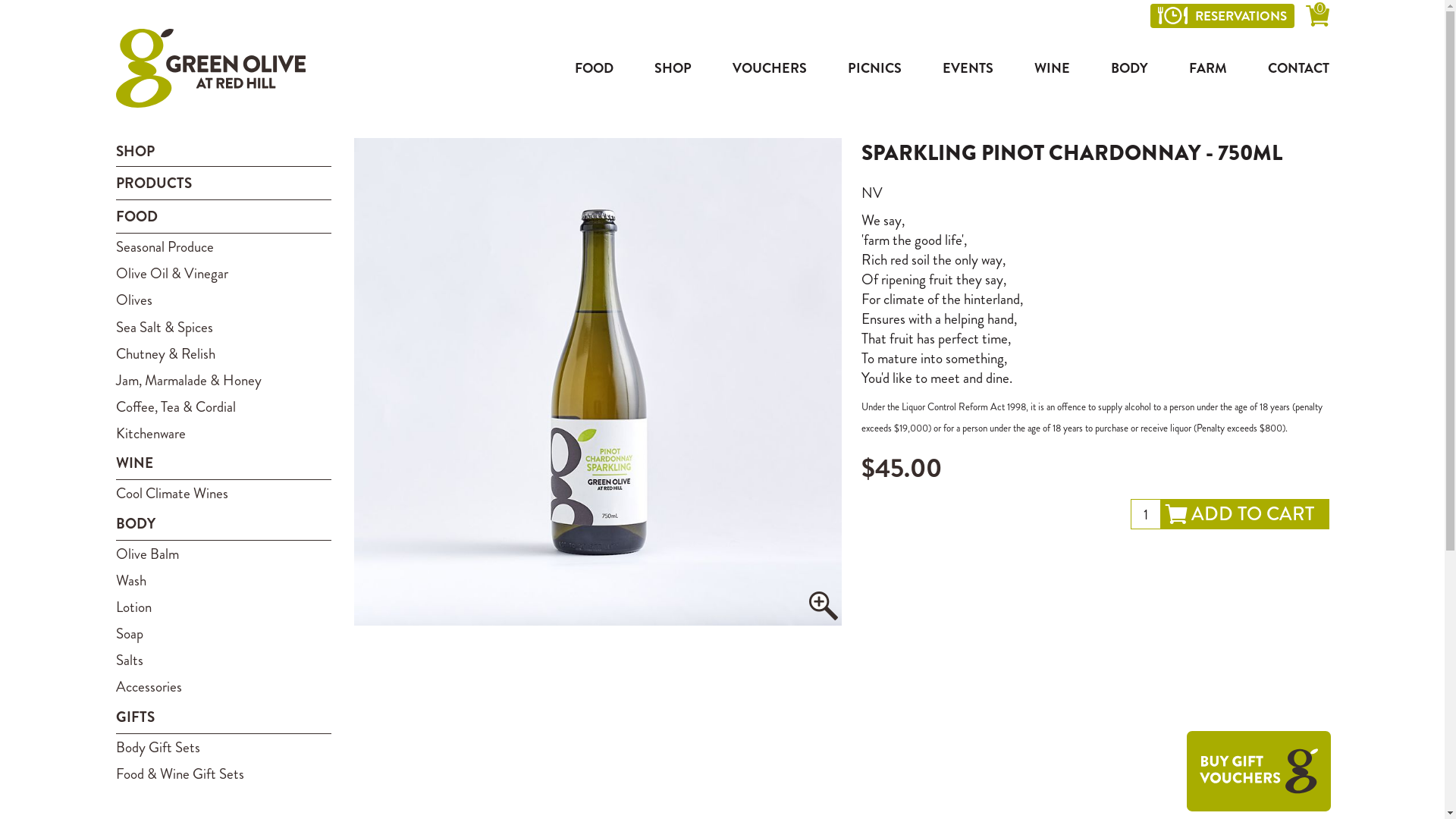 The height and width of the screenshot is (819, 1456). What do you see at coordinates (1051, 67) in the screenshot?
I see `'WINE'` at bounding box center [1051, 67].